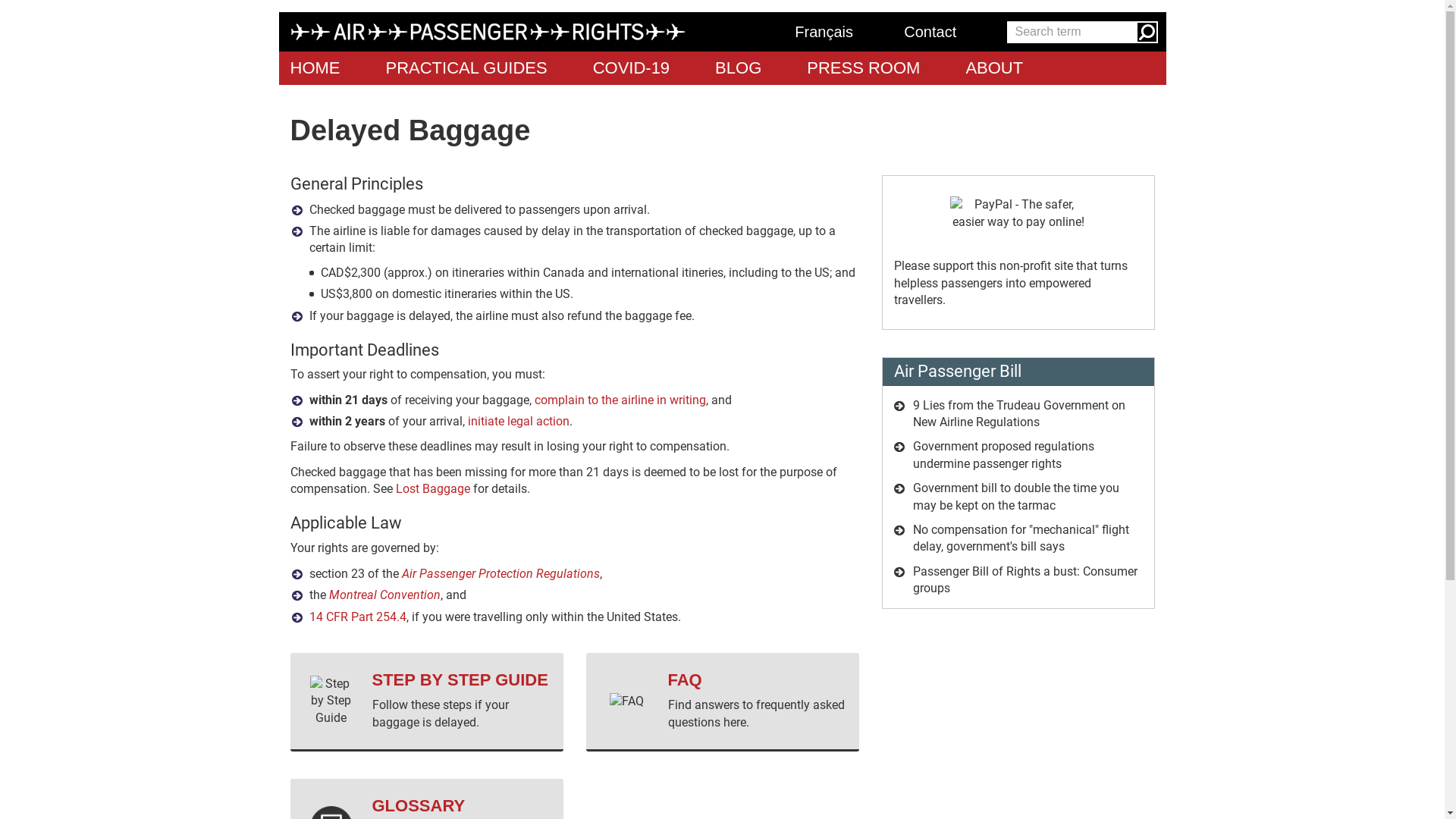 The image size is (1456, 819). What do you see at coordinates (315, 67) in the screenshot?
I see `'HOME'` at bounding box center [315, 67].